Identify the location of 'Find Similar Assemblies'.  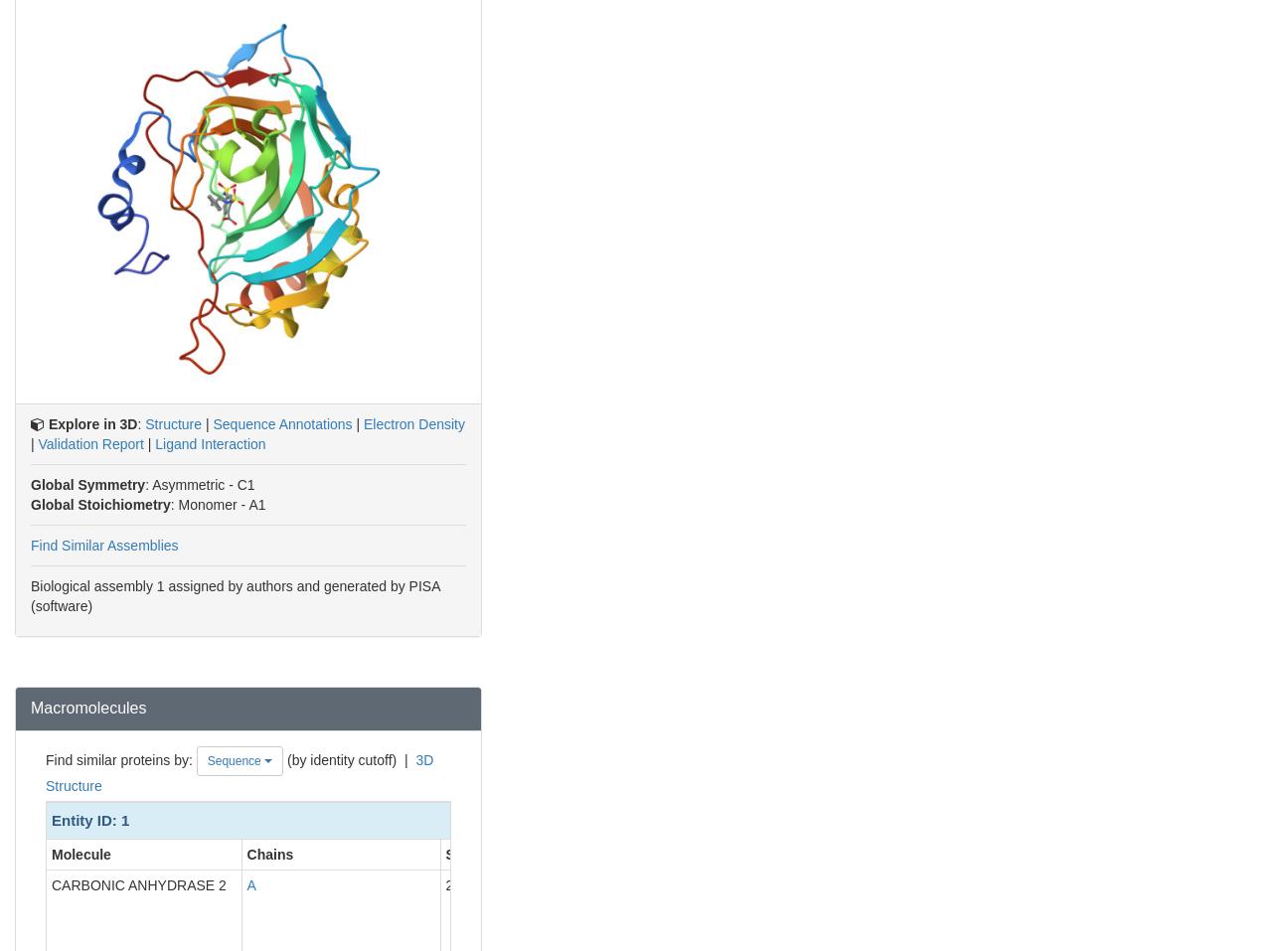
(103, 544).